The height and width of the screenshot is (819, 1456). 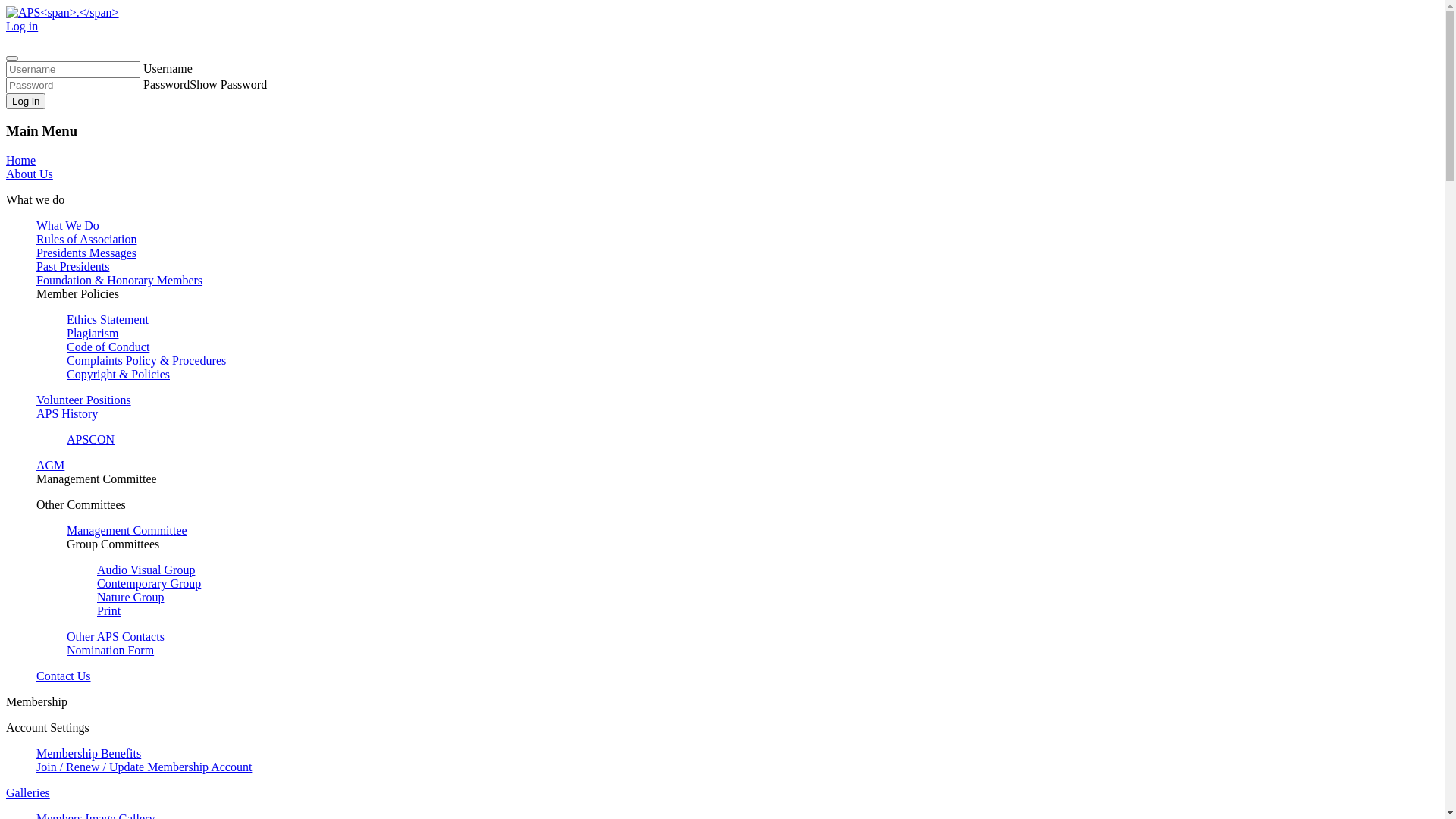 I want to click on 'Join / Renew / Update Membership Account', so click(x=144, y=767).